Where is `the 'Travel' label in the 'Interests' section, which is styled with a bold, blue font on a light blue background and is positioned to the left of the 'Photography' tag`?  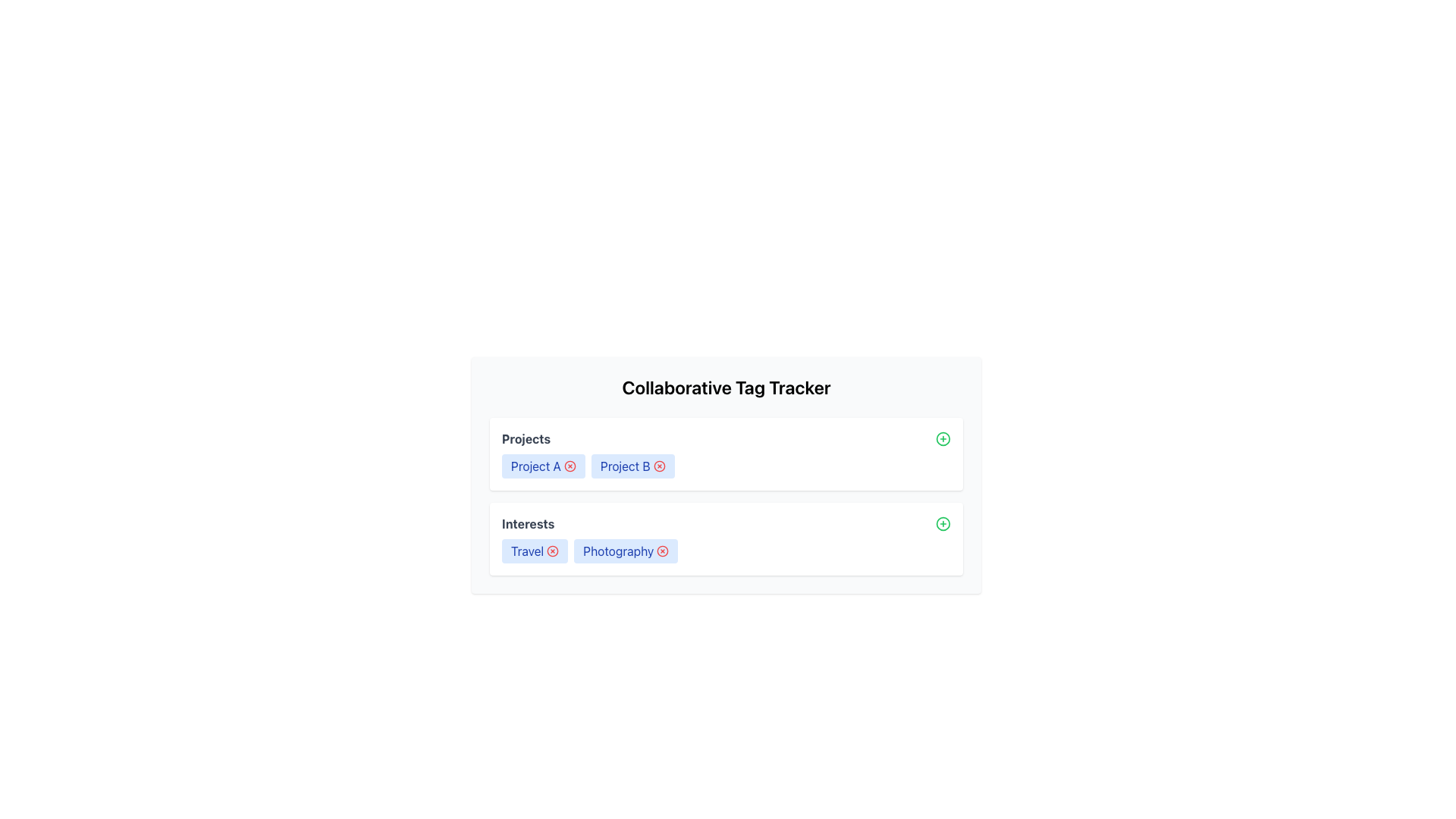 the 'Travel' label in the 'Interests' section, which is styled with a bold, blue font on a light blue background and is positioned to the left of the 'Photography' tag is located at coordinates (535, 551).